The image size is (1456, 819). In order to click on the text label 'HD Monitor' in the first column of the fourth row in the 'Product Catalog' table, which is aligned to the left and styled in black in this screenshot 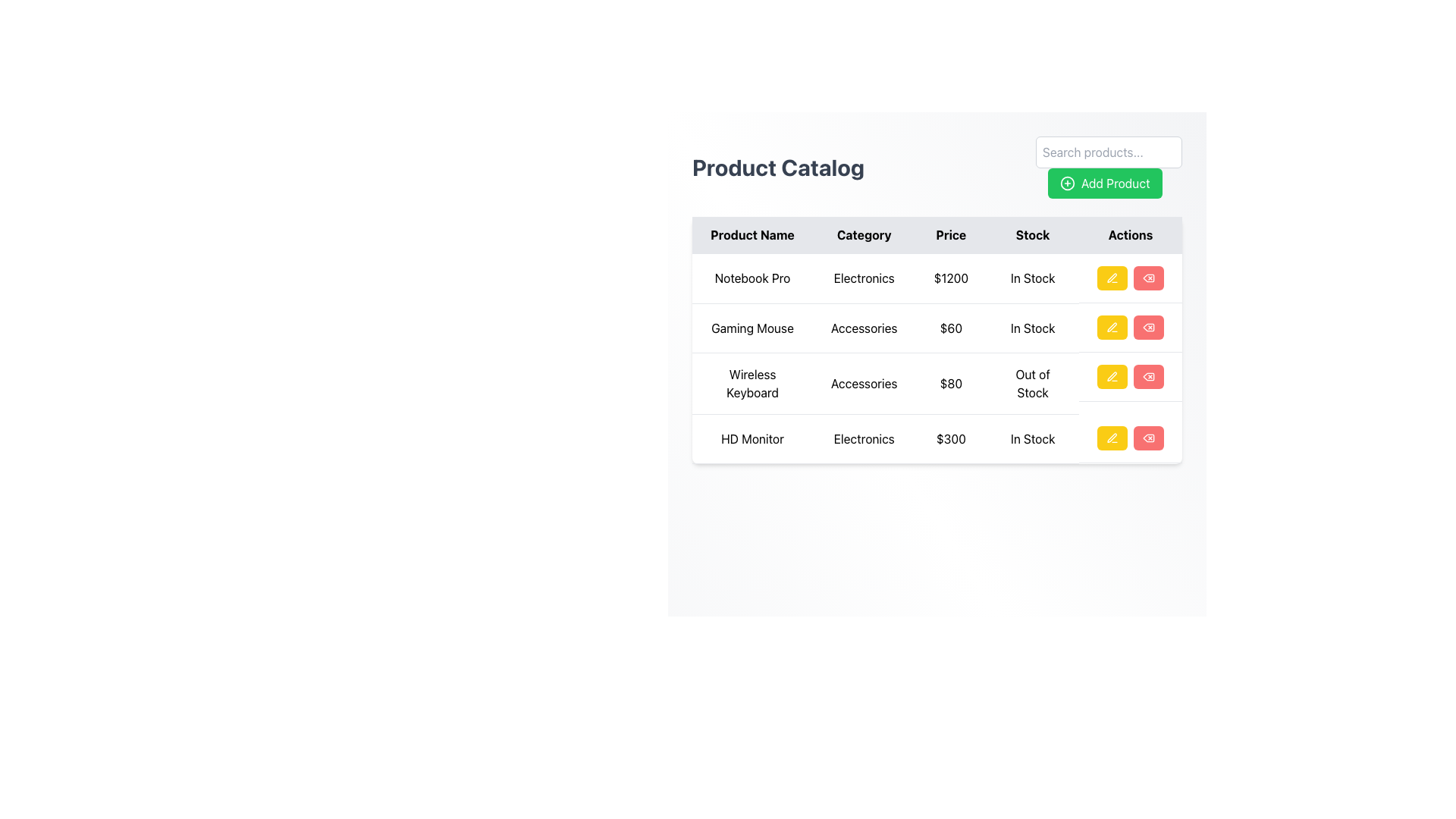, I will do `click(752, 438)`.